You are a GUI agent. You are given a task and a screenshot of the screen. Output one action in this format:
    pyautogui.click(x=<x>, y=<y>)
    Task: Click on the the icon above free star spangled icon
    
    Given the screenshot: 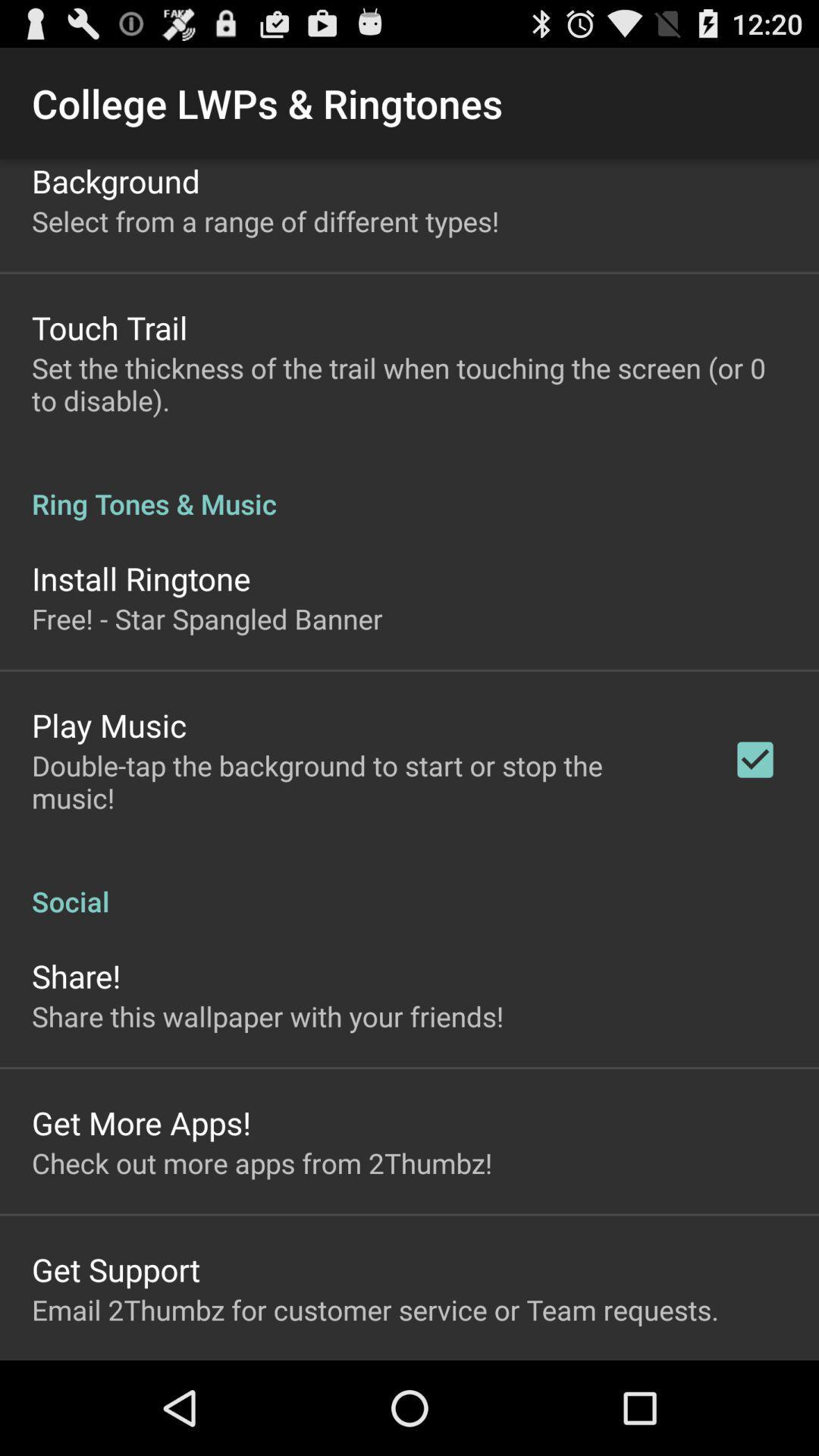 What is the action you would take?
    pyautogui.click(x=141, y=577)
    